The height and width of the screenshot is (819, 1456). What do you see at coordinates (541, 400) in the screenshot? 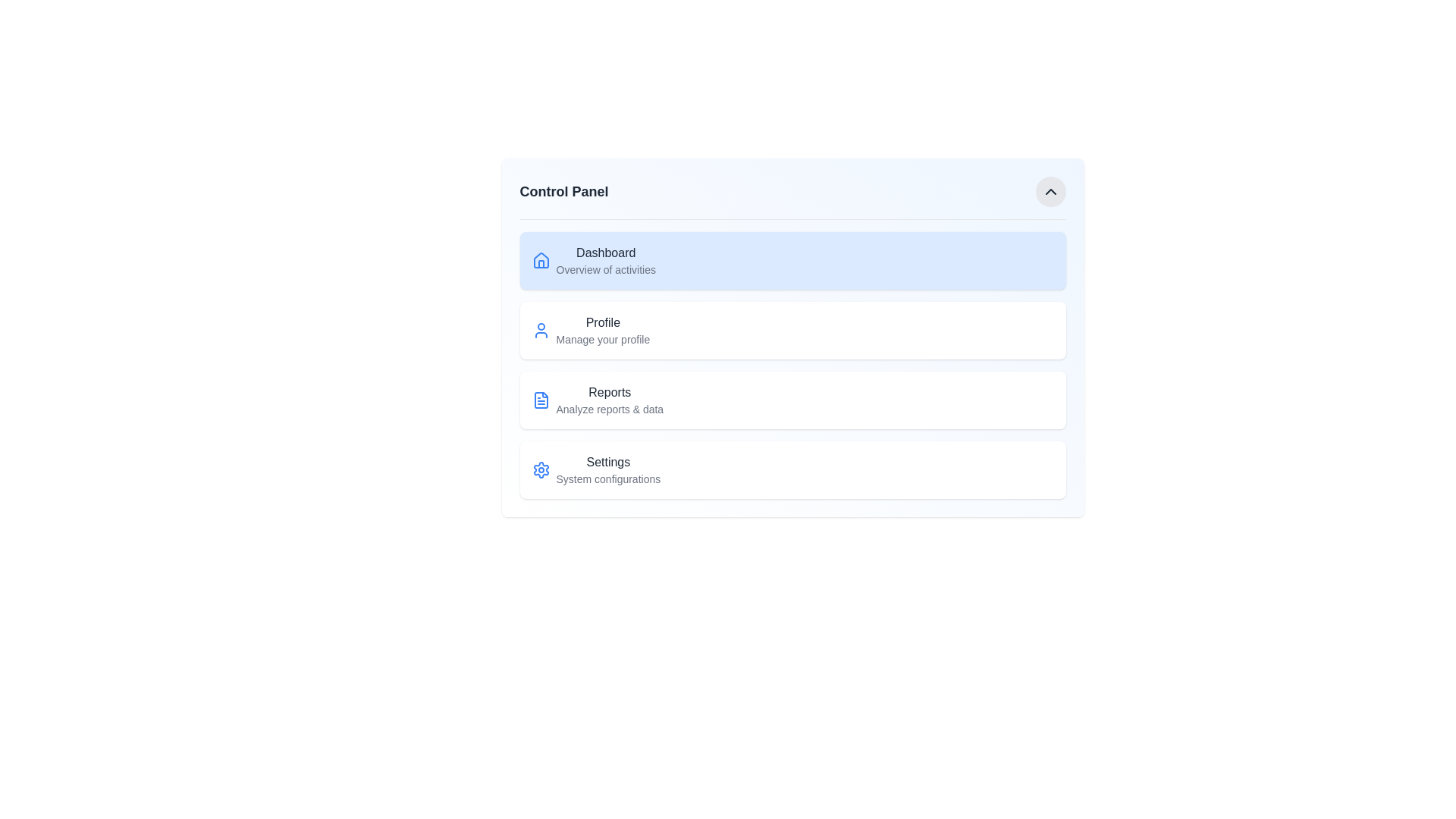
I see `the 'Reports' section icon in the Control Panel layout to enhance recognition and navigation` at bounding box center [541, 400].